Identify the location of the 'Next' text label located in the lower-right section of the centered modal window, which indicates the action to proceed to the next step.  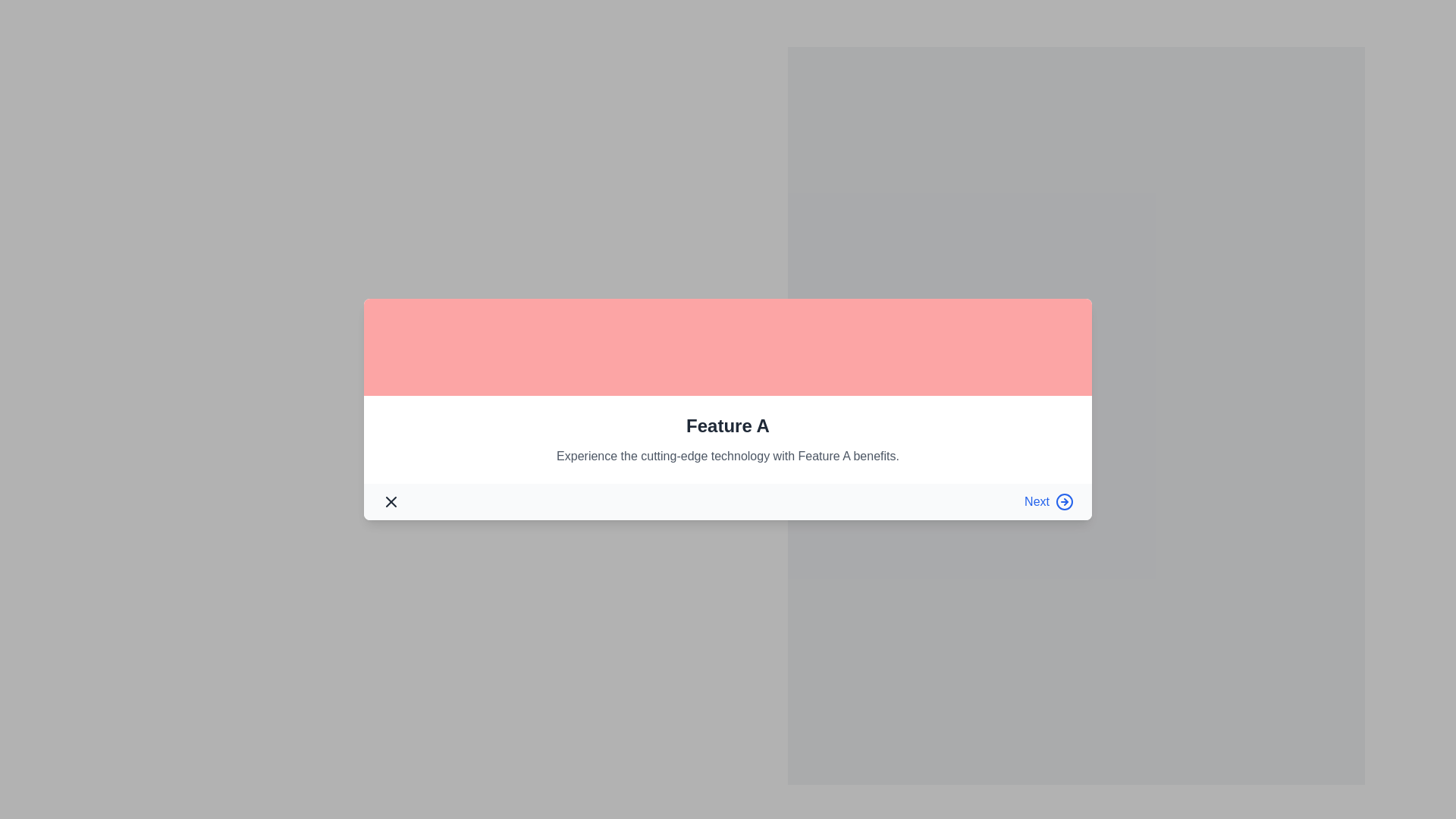
(1036, 502).